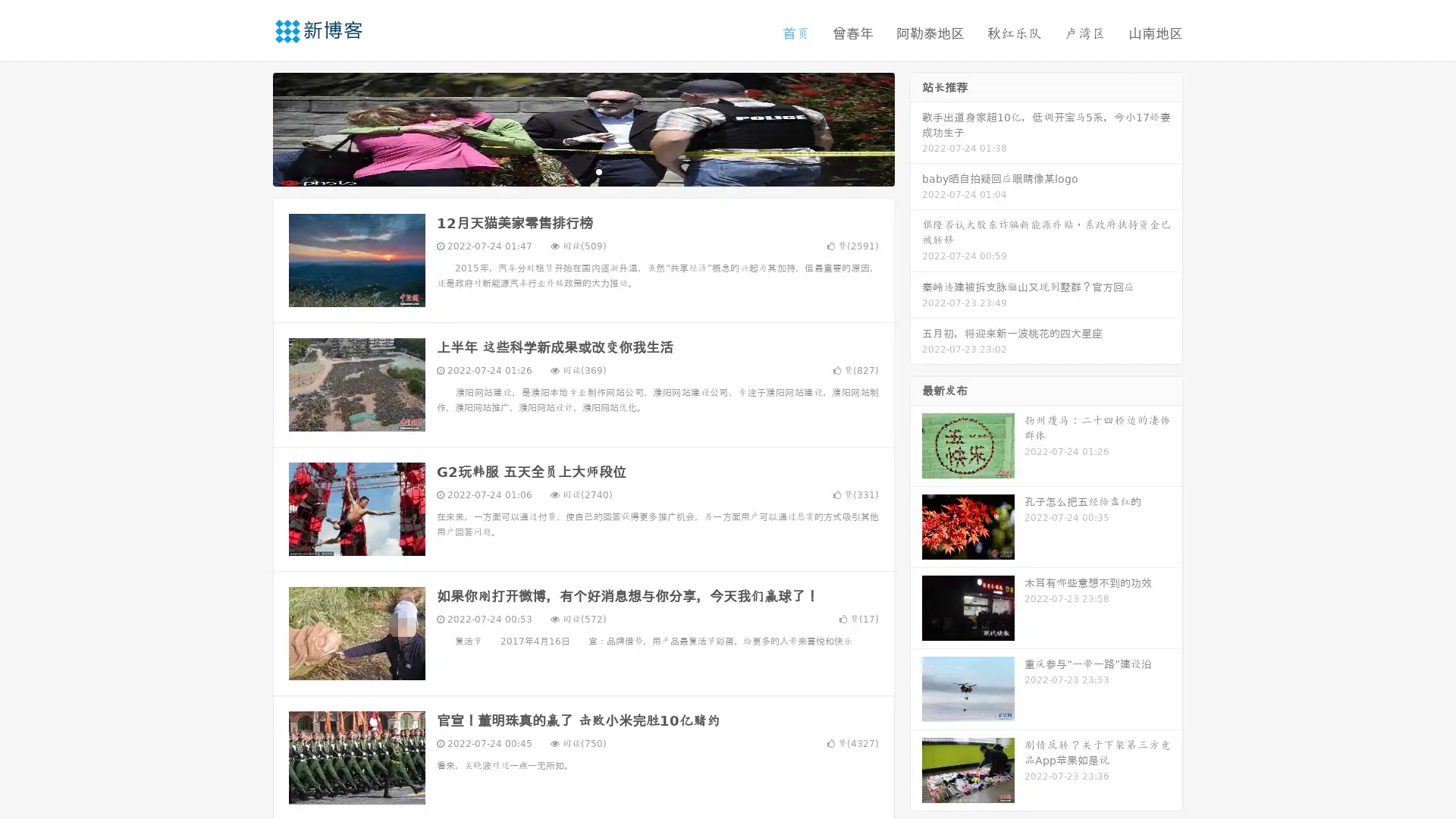 The width and height of the screenshot is (1456, 819). I want to click on Previous slide, so click(250, 127).